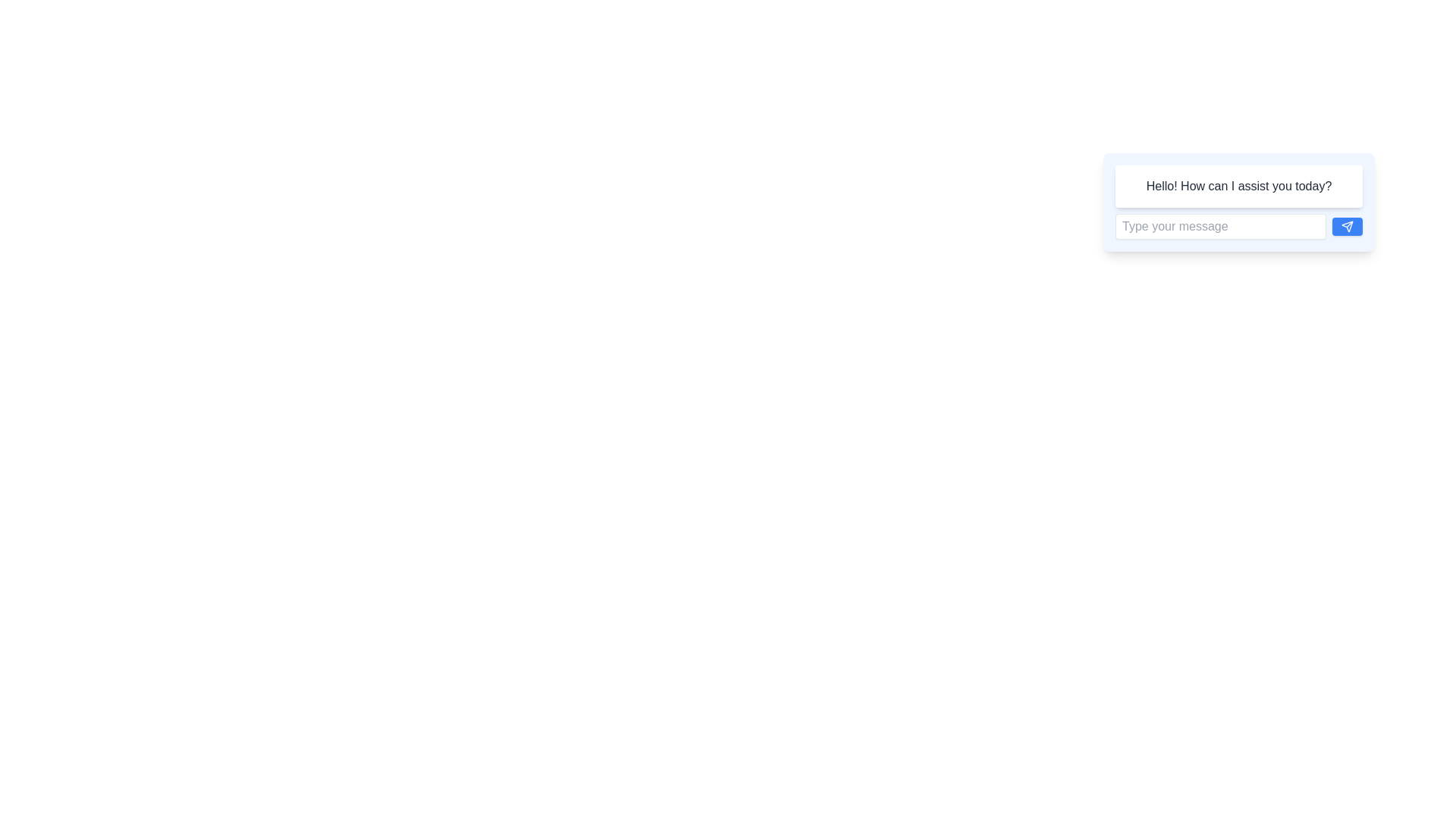  I want to click on the paper airplane icon located at the bottom right corner of the chat interface, so click(1347, 227).